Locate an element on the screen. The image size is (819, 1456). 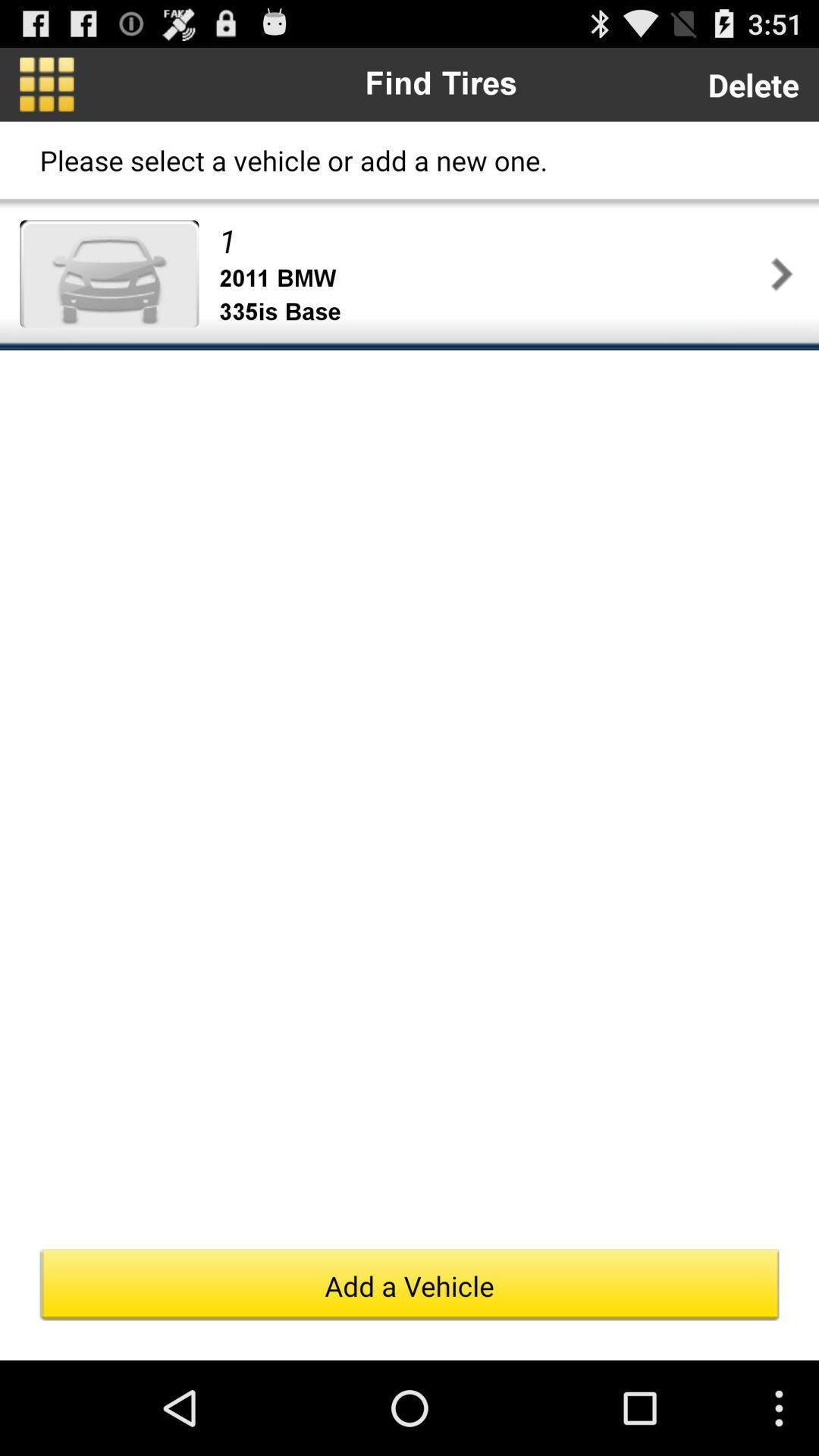
see al the vehicles is located at coordinates (45, 83).